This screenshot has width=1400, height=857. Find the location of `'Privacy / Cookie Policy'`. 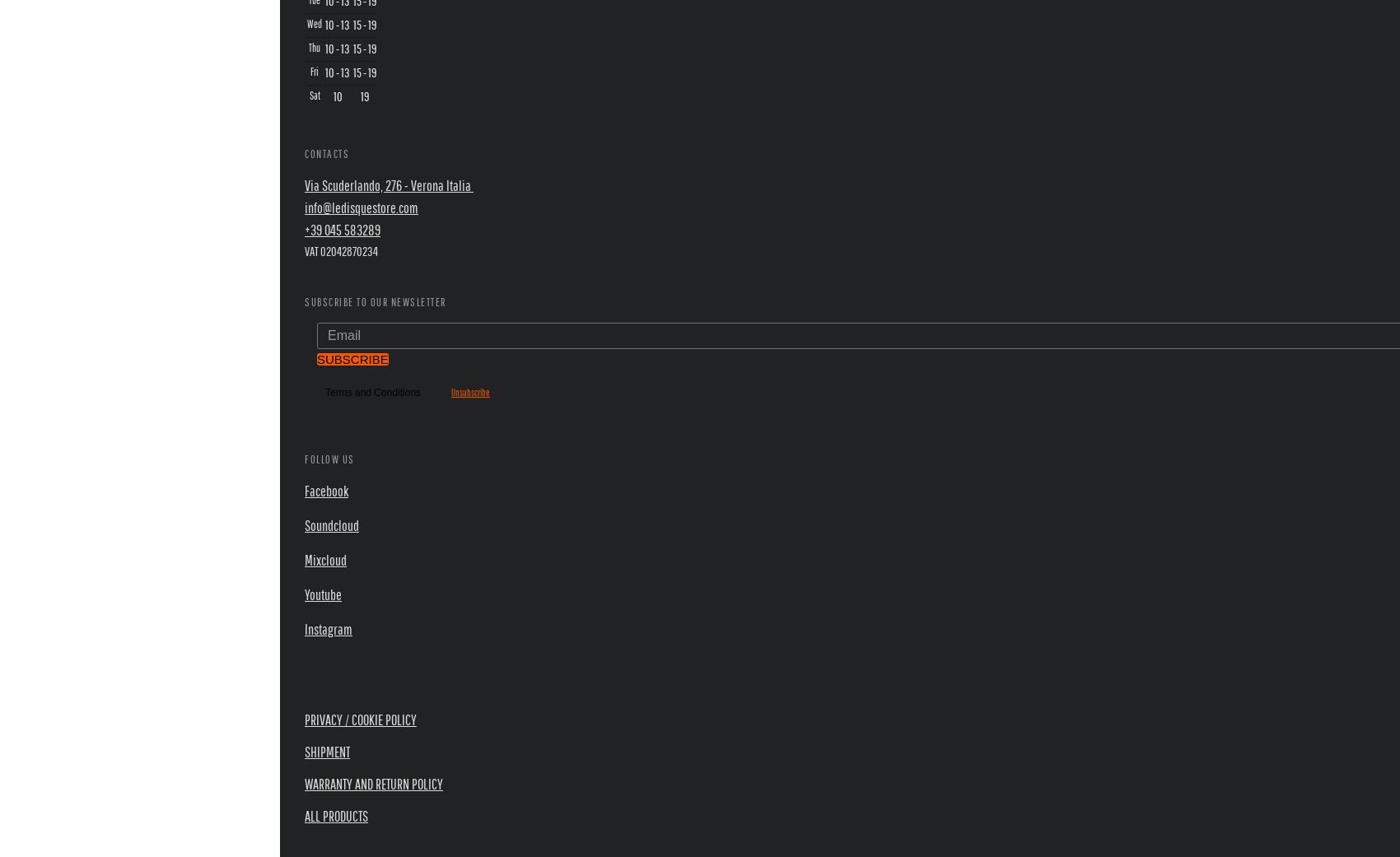

'Privacy / Cookie Policy' is located at coordinates (303, 719).